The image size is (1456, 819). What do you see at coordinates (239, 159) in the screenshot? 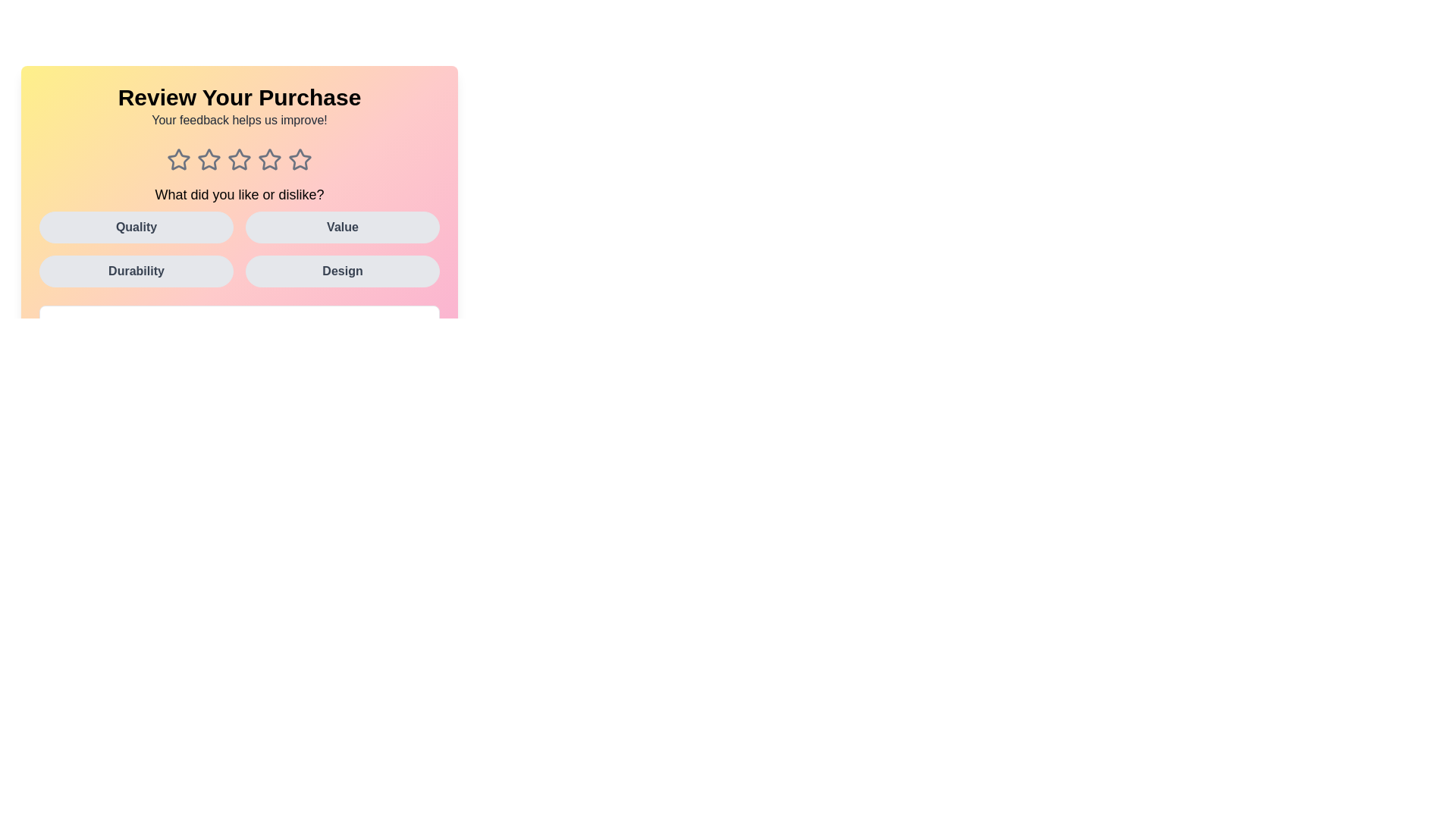
I see `the third star-shaped icon in the rating system` at bounding box center [239, 159].